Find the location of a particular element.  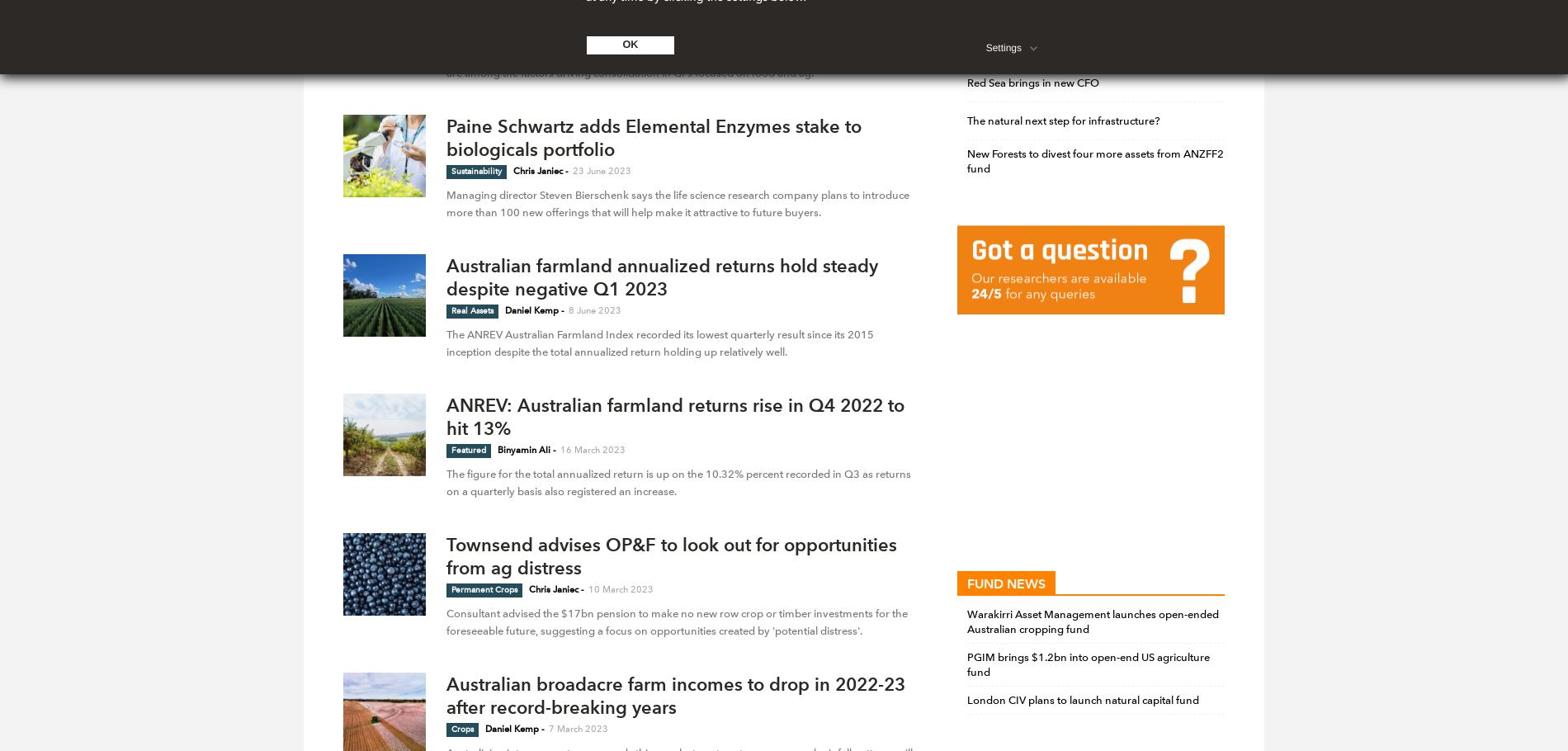

'Binyamin Ali' is located at coordinates (523, 449).